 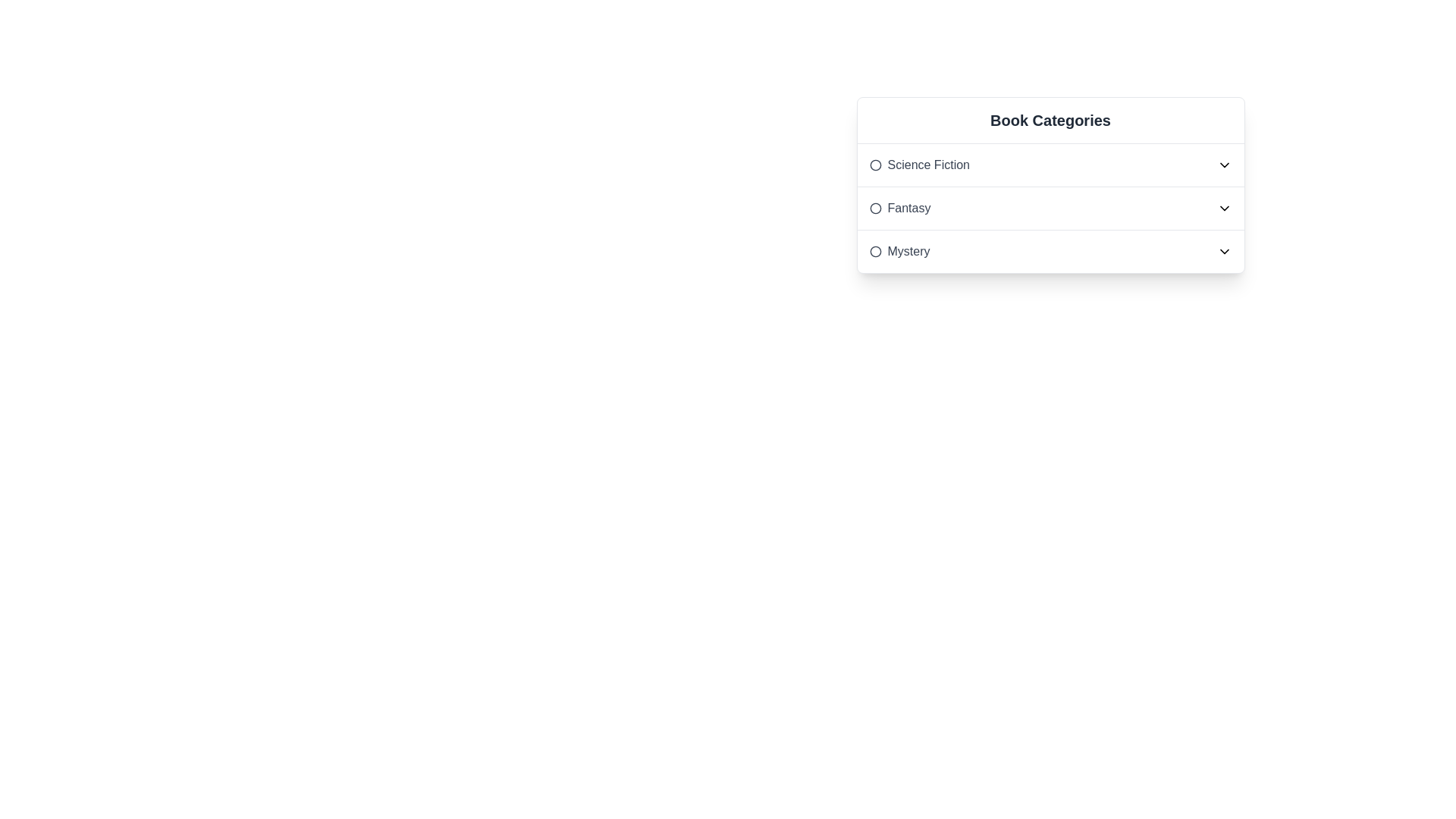 What do you see at coordinates (875, 208) in the screenshot?
I see `the radio button next to the 'Fantasy' option in the 'Book Categories' dropdown list` at bounding box center [875, 208].